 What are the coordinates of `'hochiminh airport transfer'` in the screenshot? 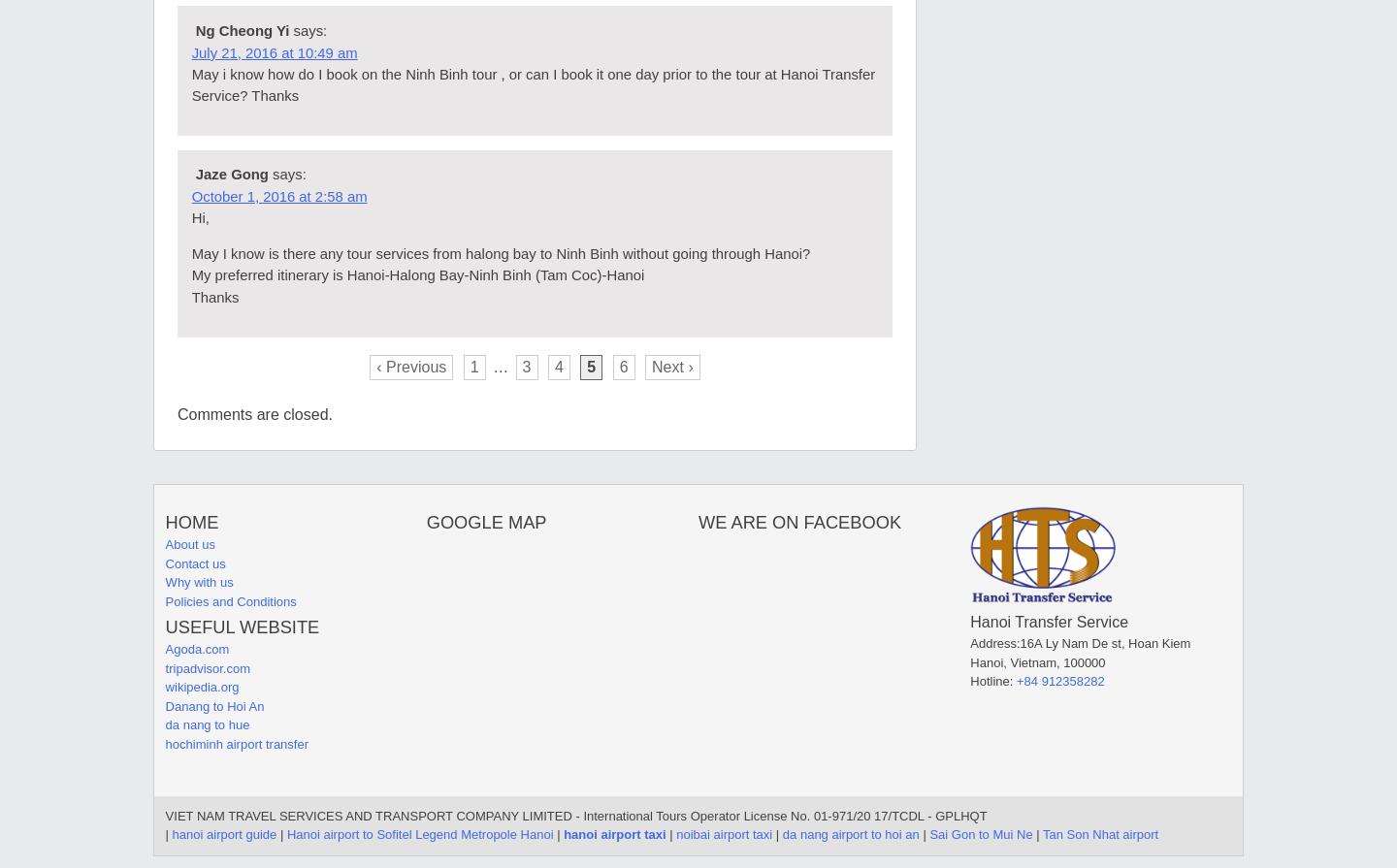 It's located at (235, 742).